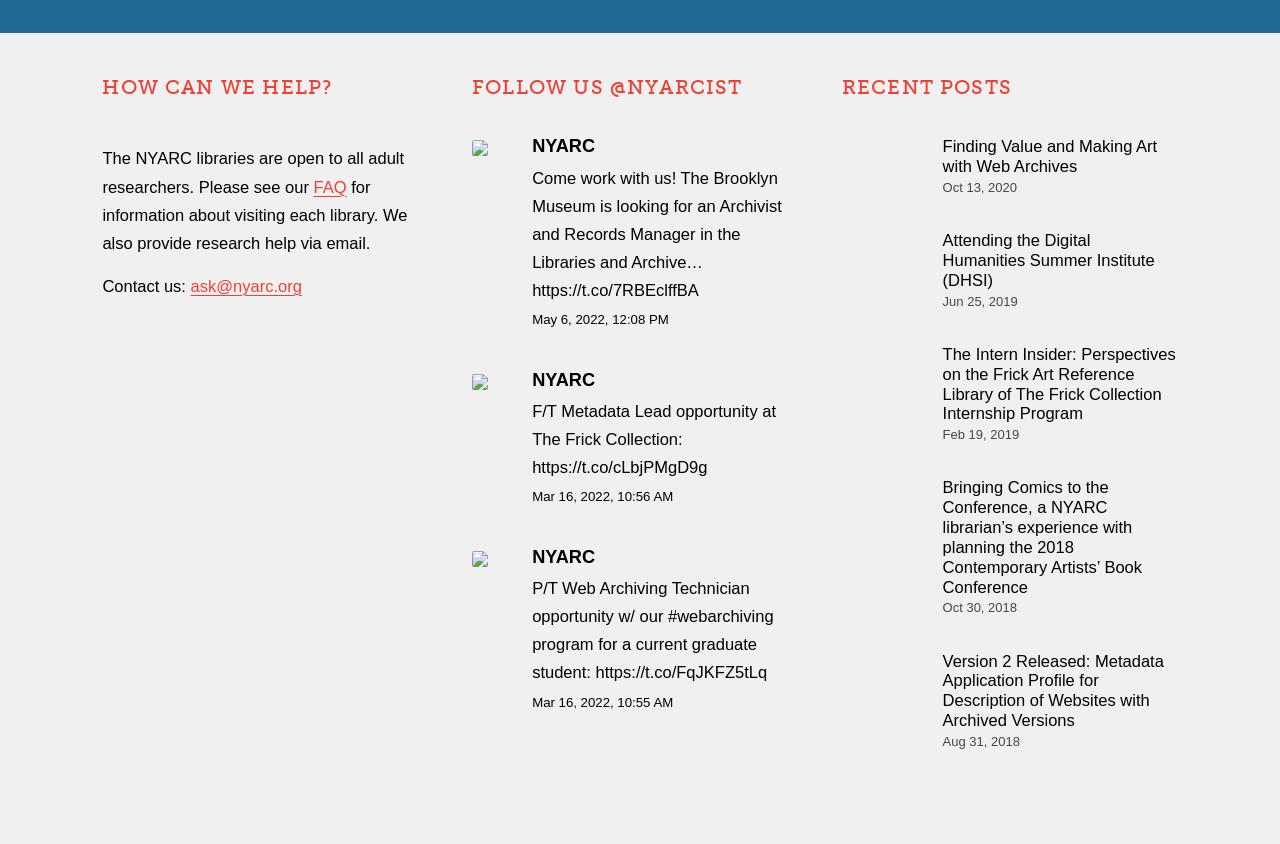 The height and width of the screenshot is (844, 1280). What do you see at coordinates (145, 284) in the screenshot?
I see `'Contact us:'` at bounding box center [145, 284].